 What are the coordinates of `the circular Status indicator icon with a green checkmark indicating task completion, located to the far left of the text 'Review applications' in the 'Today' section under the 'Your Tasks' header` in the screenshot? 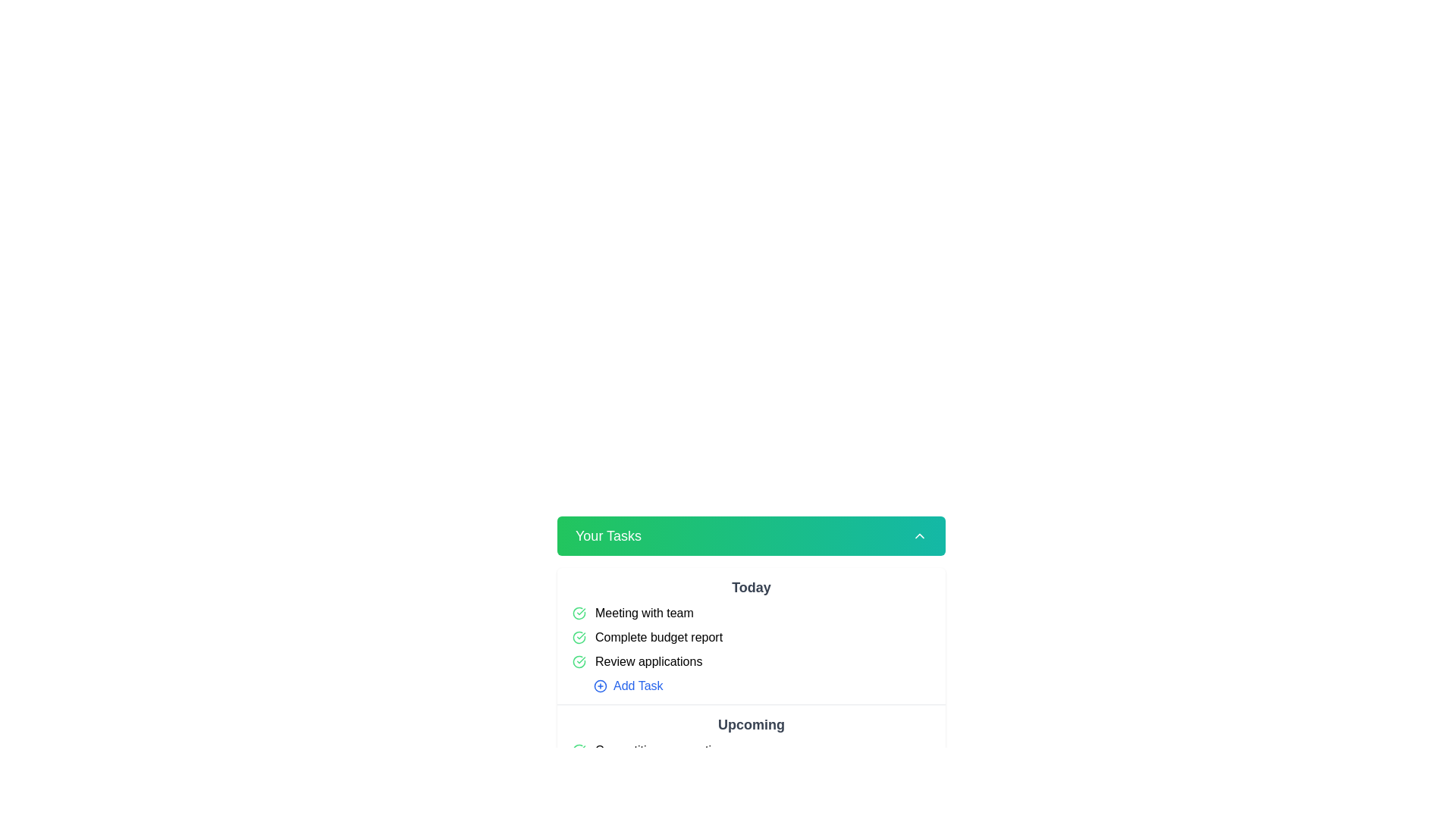 It's located at (578, 661).